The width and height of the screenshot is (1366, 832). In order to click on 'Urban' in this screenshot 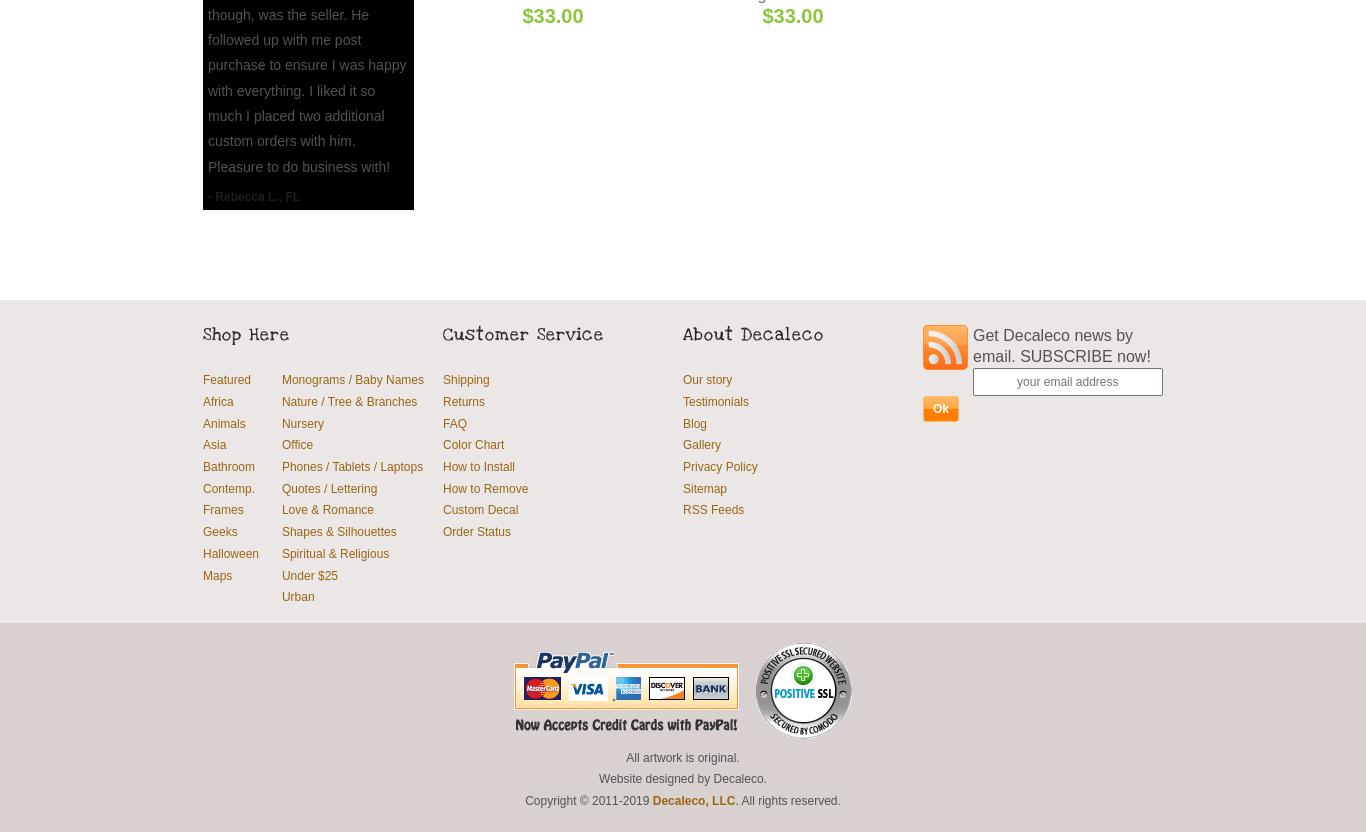, I will do `click(297, 595)`.